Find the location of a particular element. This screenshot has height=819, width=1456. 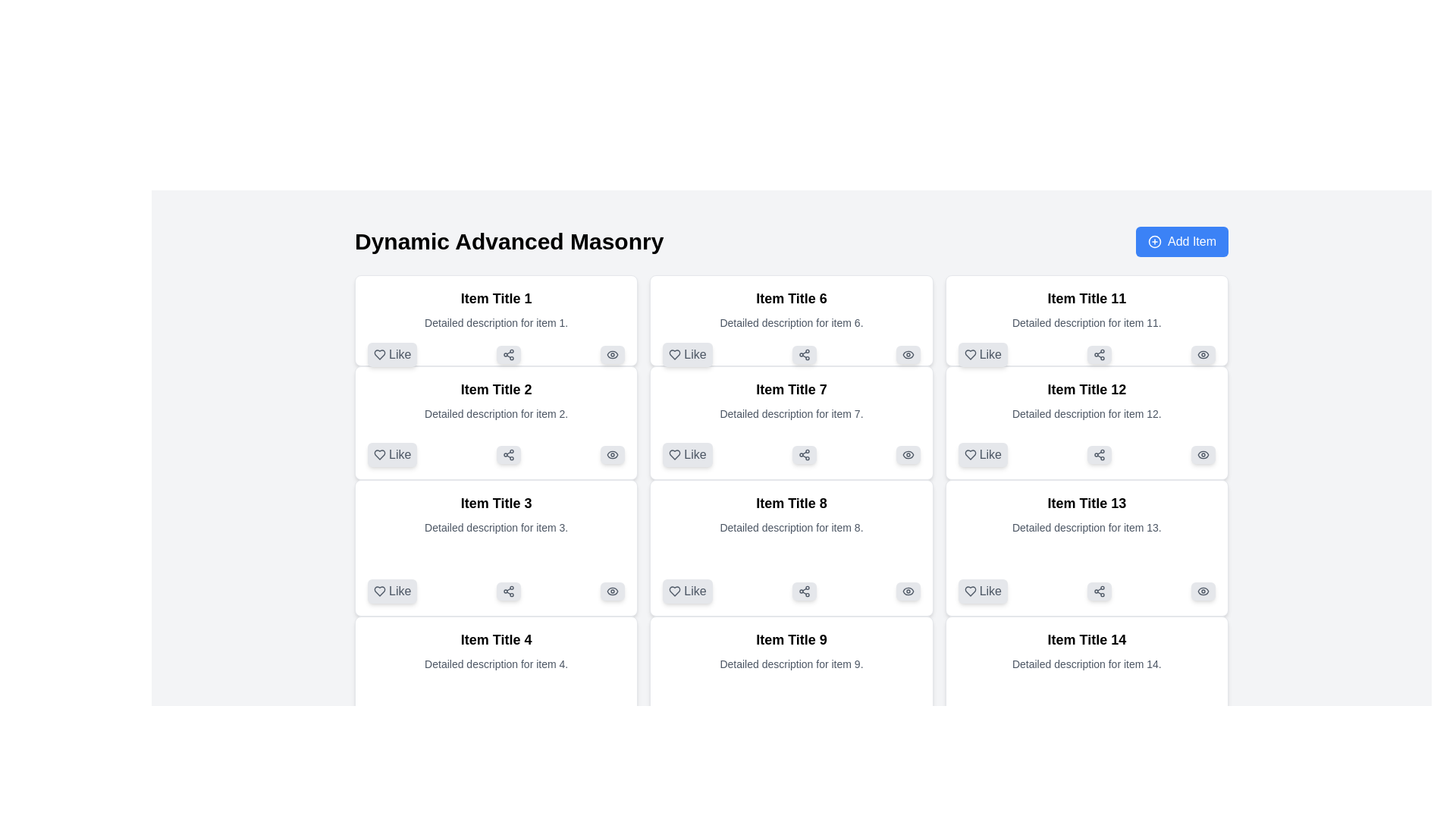

the text element displaying 'Item Title 1', which is styled in bold and larger font, located in the first column of a grid structure at the top of its item card is located at coordinates (496, 298).